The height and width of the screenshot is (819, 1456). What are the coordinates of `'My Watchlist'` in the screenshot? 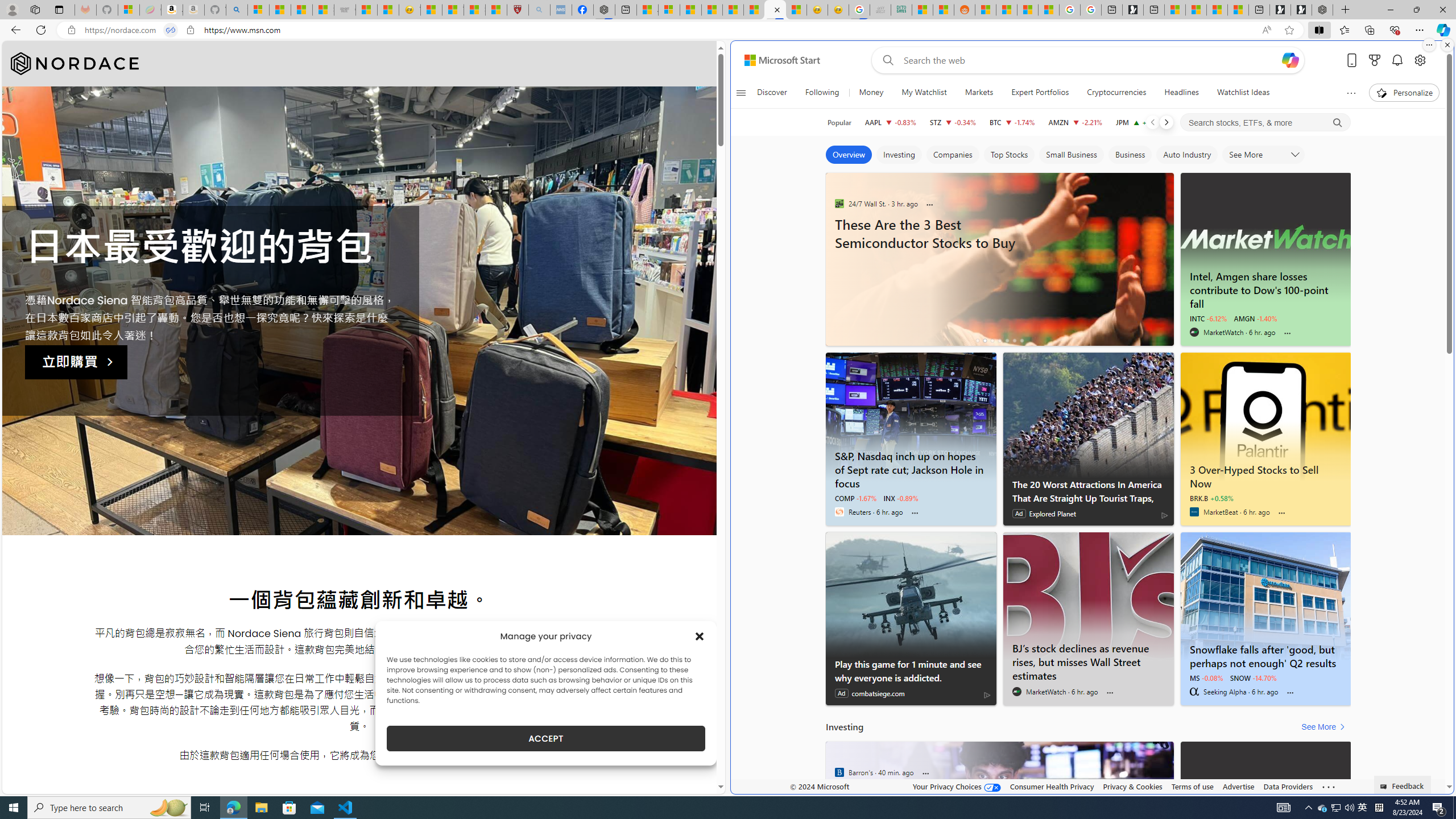 It's located at (924, 92).